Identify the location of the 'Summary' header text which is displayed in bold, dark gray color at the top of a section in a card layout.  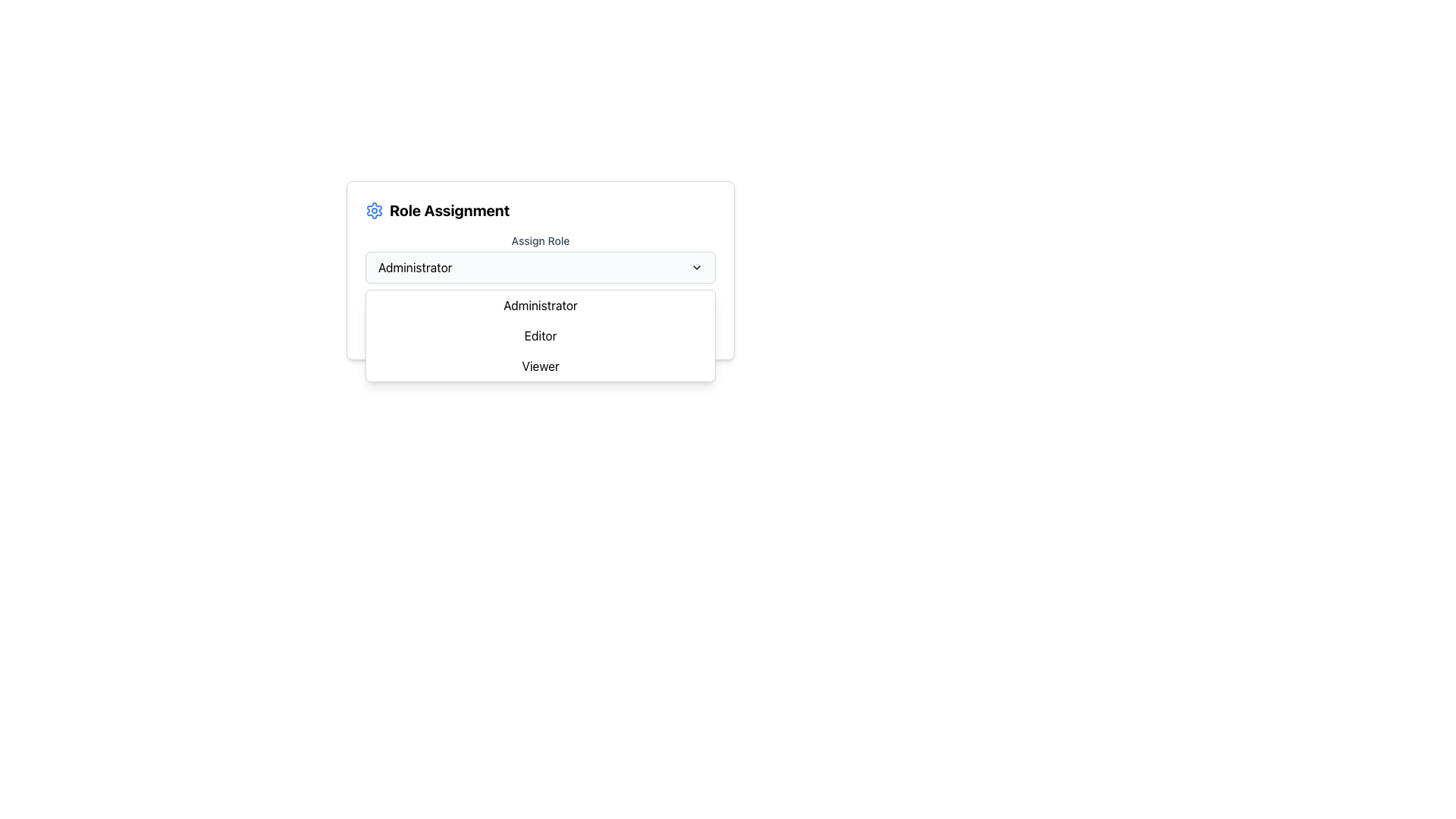
(541, 309).